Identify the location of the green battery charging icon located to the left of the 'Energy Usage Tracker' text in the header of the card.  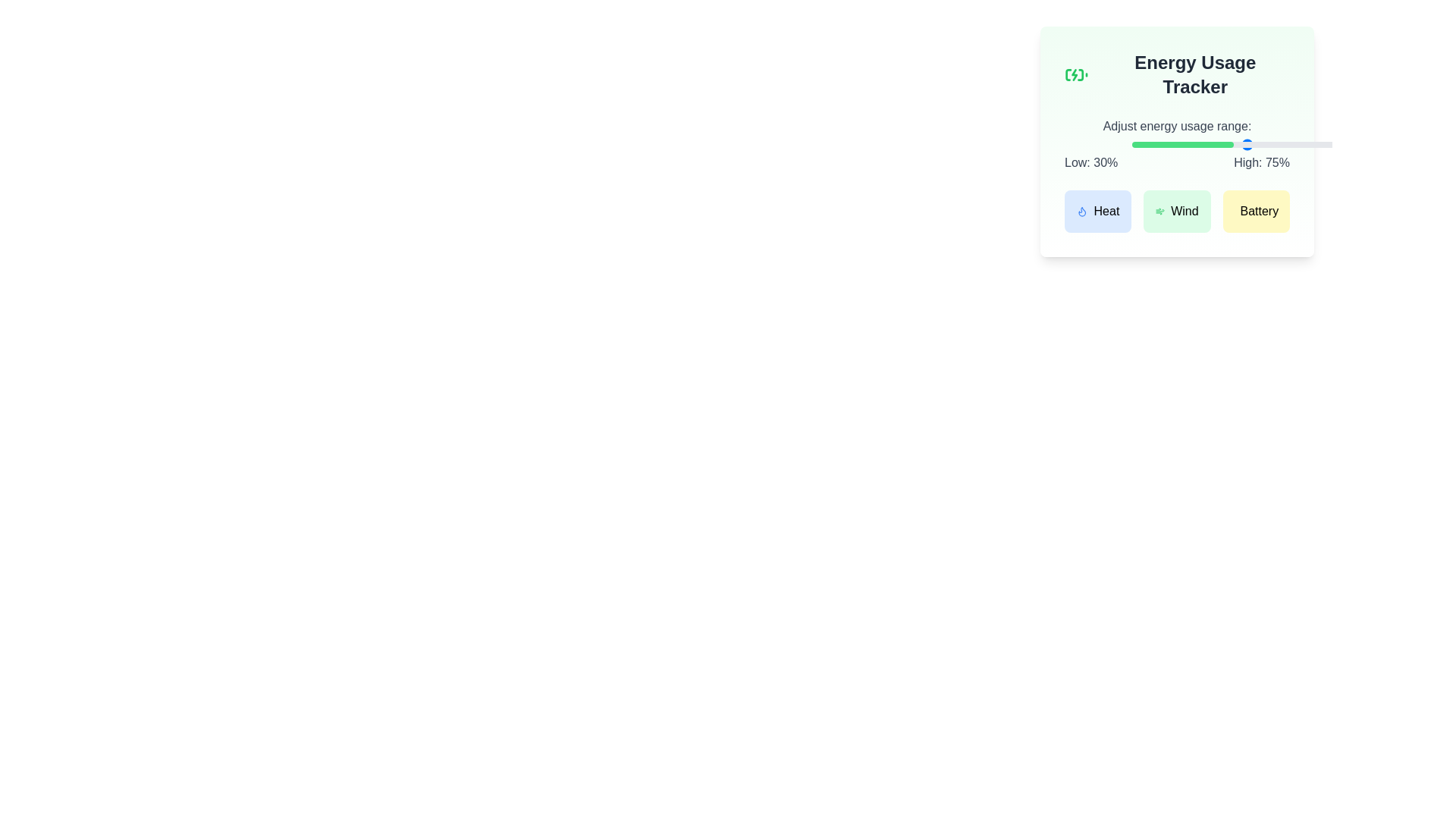
(1075, 75).